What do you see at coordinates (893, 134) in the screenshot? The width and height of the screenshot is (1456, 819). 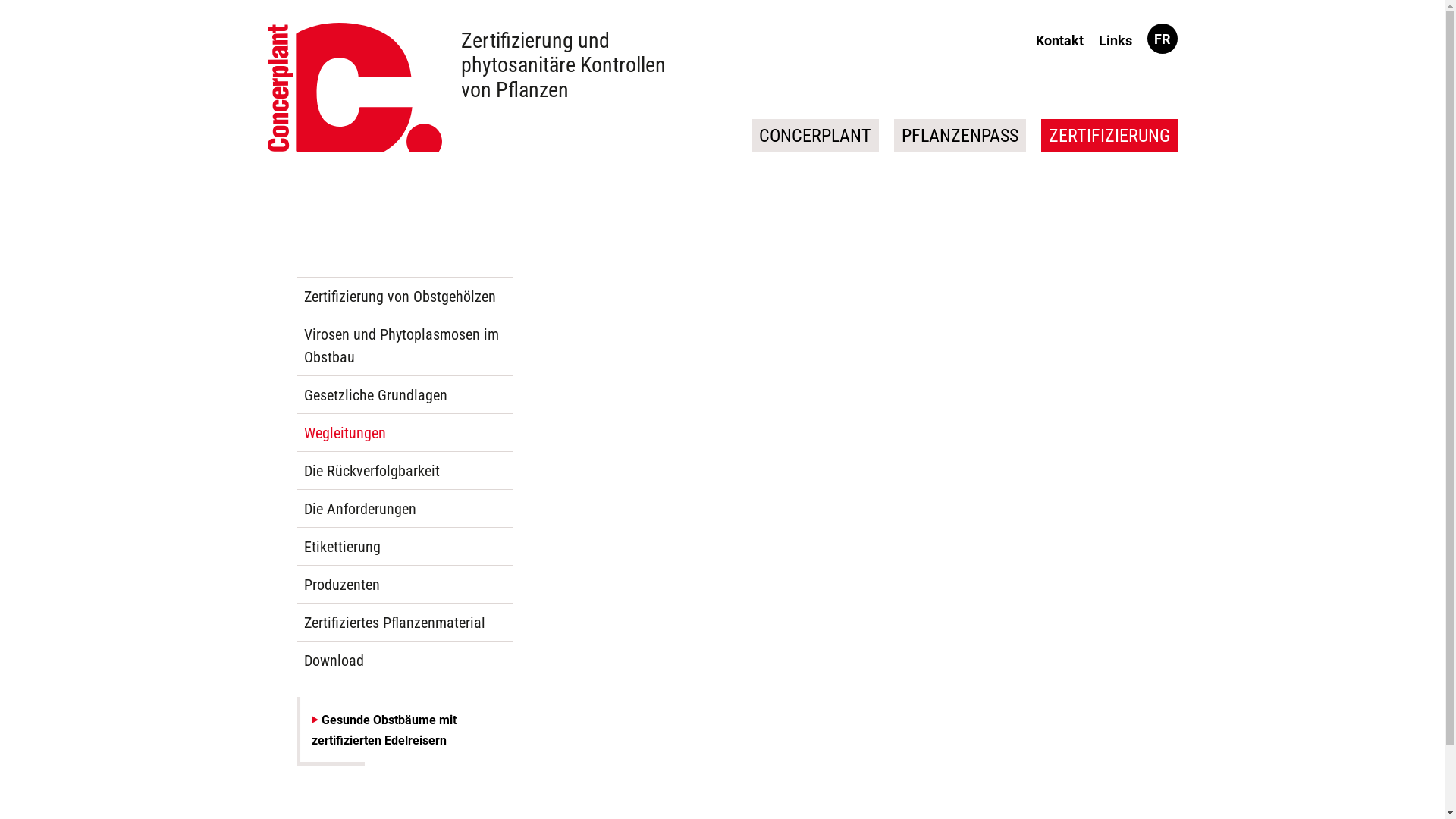 I see `'PFLANZENPASS'` at bounding box center [893, 134].